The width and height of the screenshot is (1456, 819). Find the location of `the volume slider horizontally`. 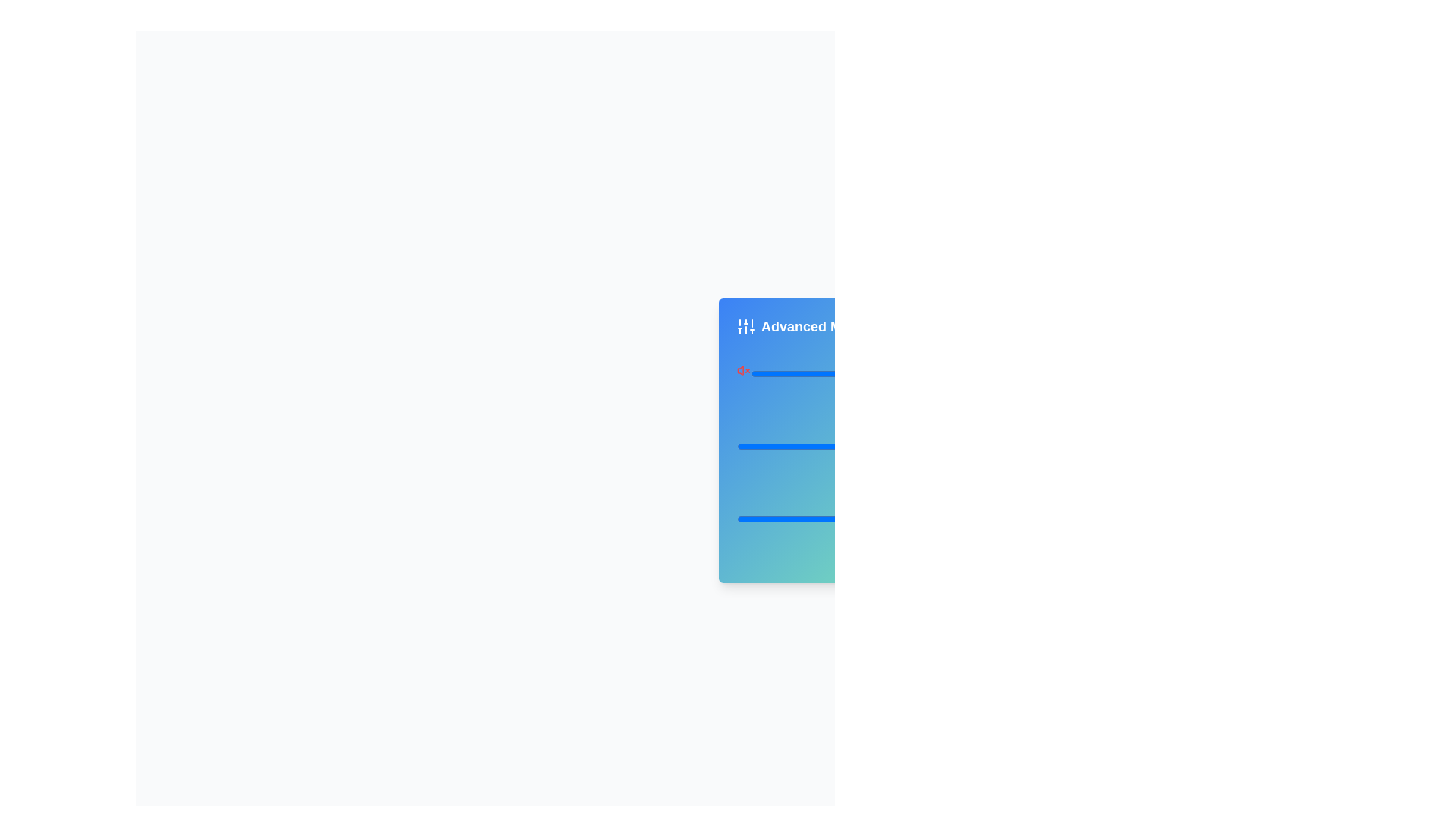

the volume slider horizontally is located at coordinates (864, 371).